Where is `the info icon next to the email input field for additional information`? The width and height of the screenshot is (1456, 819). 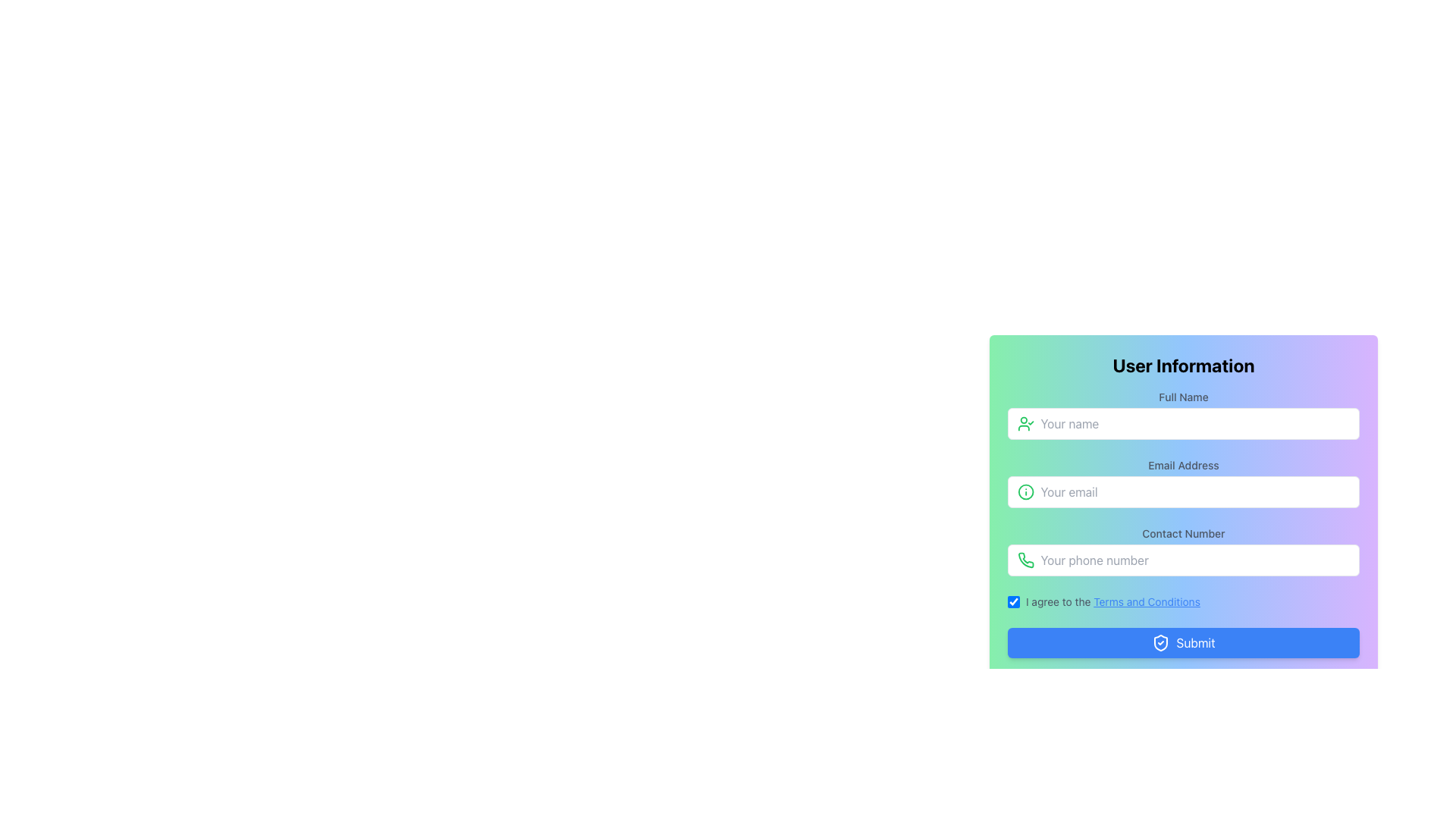
the info icon next to the email input field for additional information is located at coordinates (1182, 482).